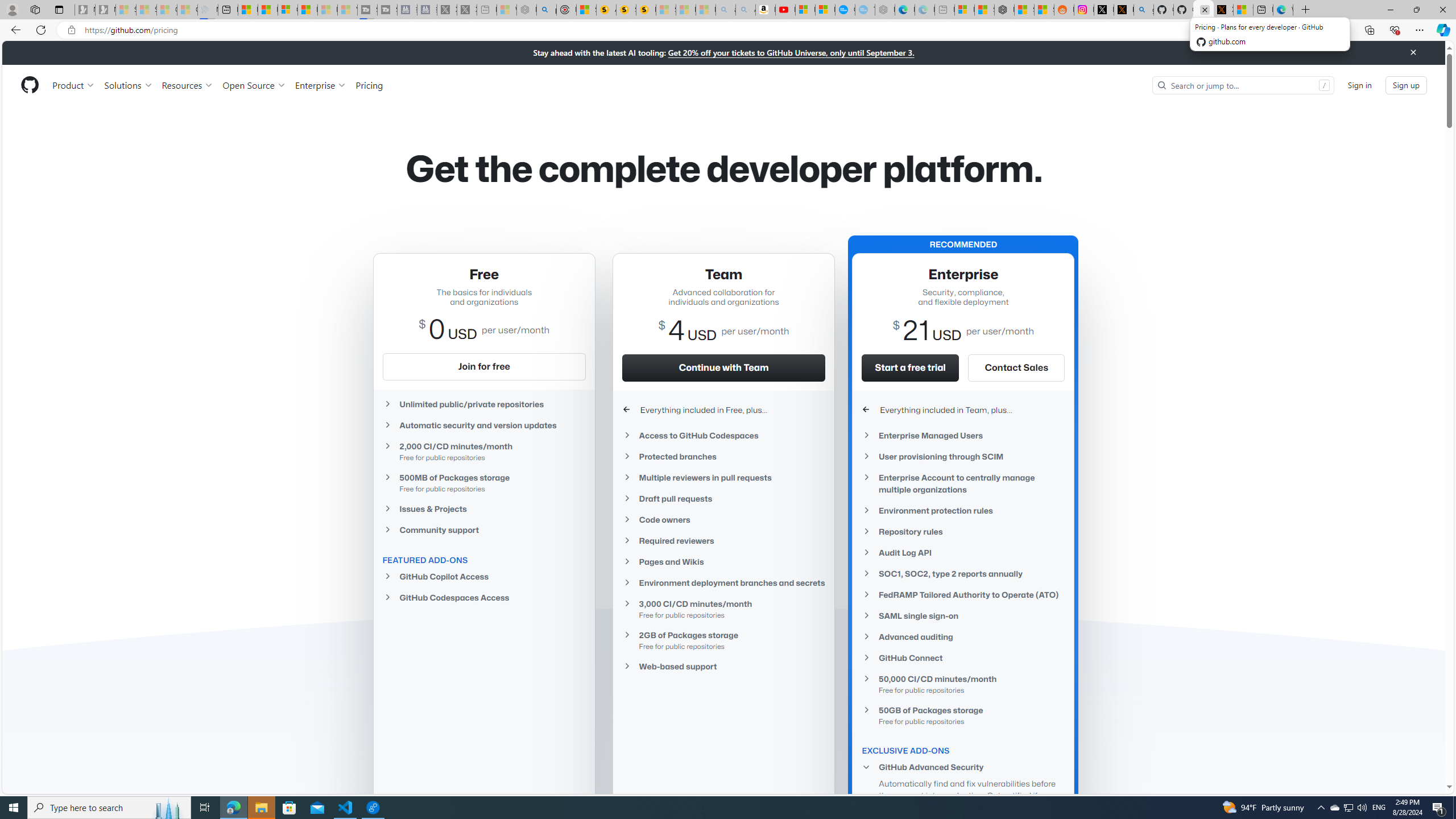 The width and height of the screenshot is (1456, 819). Describe the element at coordinates (188, 85) in the screenshot. I see `'Resources'` at that location.